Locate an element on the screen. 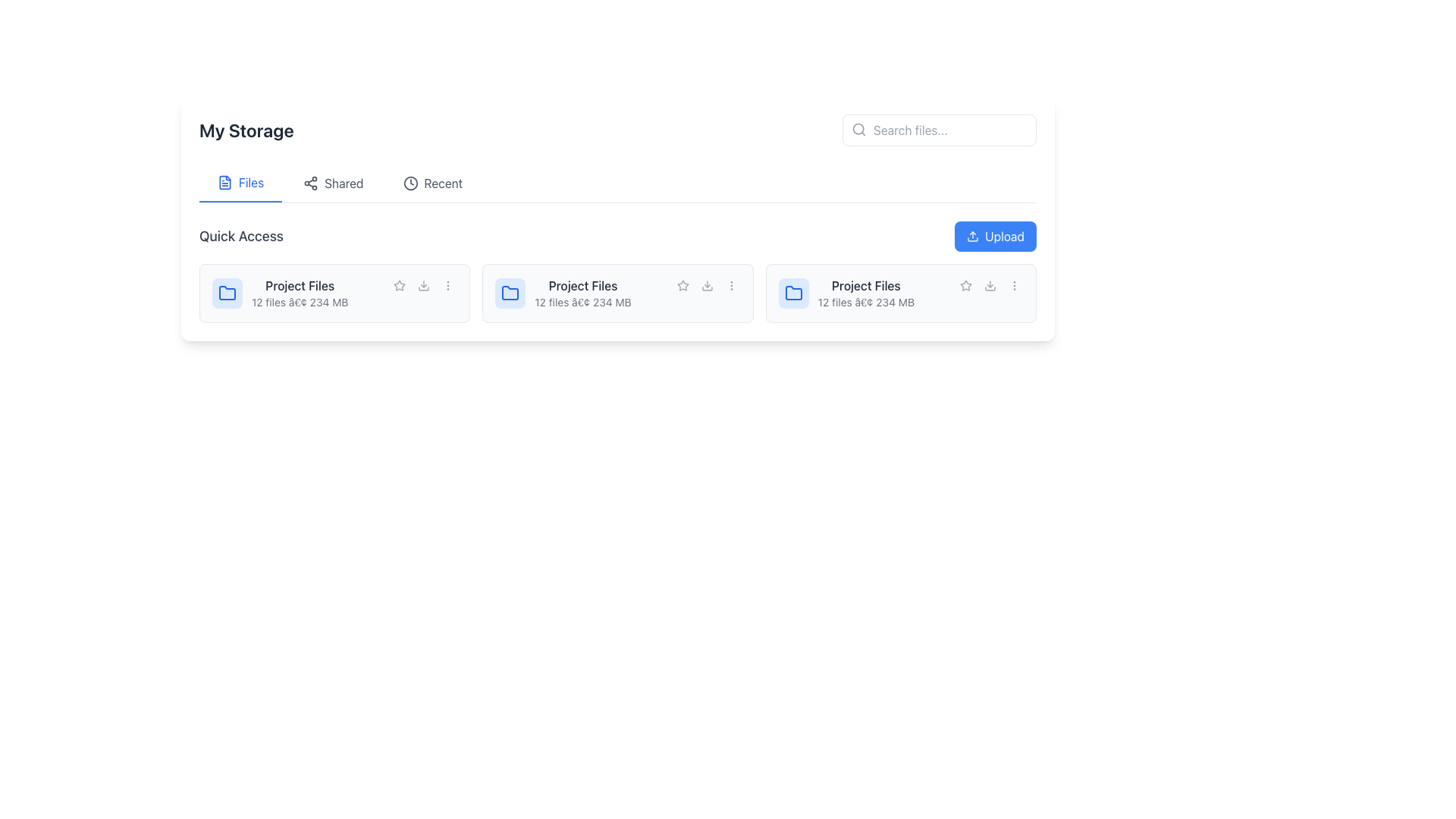 The image size is (1456, 819). the 'Files' tab located beneath the 'My Storage' heading is located at coordinates (240, 183).